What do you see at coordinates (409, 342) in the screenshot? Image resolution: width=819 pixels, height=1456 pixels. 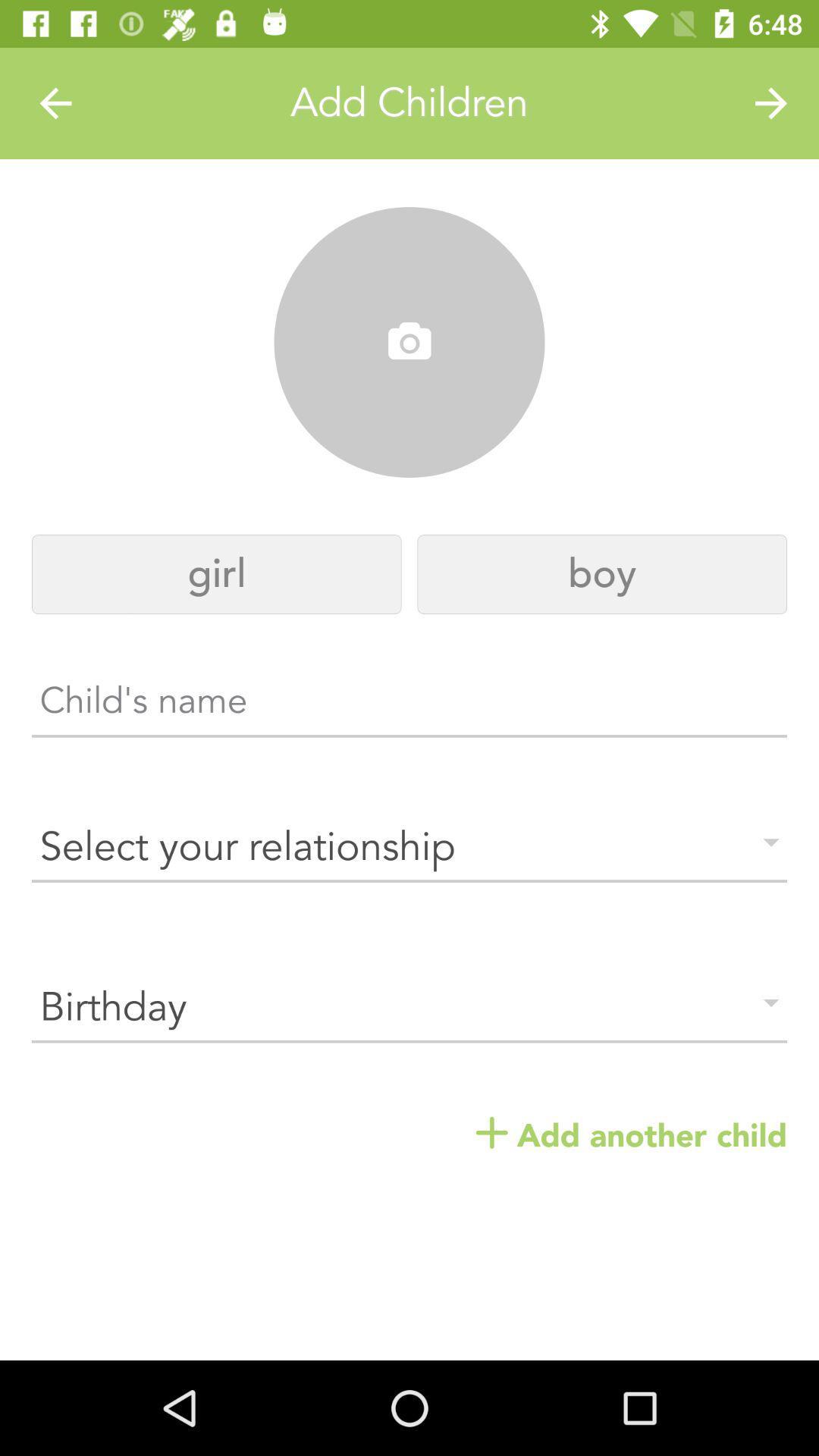 I see `the icon below the add children icon` at bounding box center [409, 342].